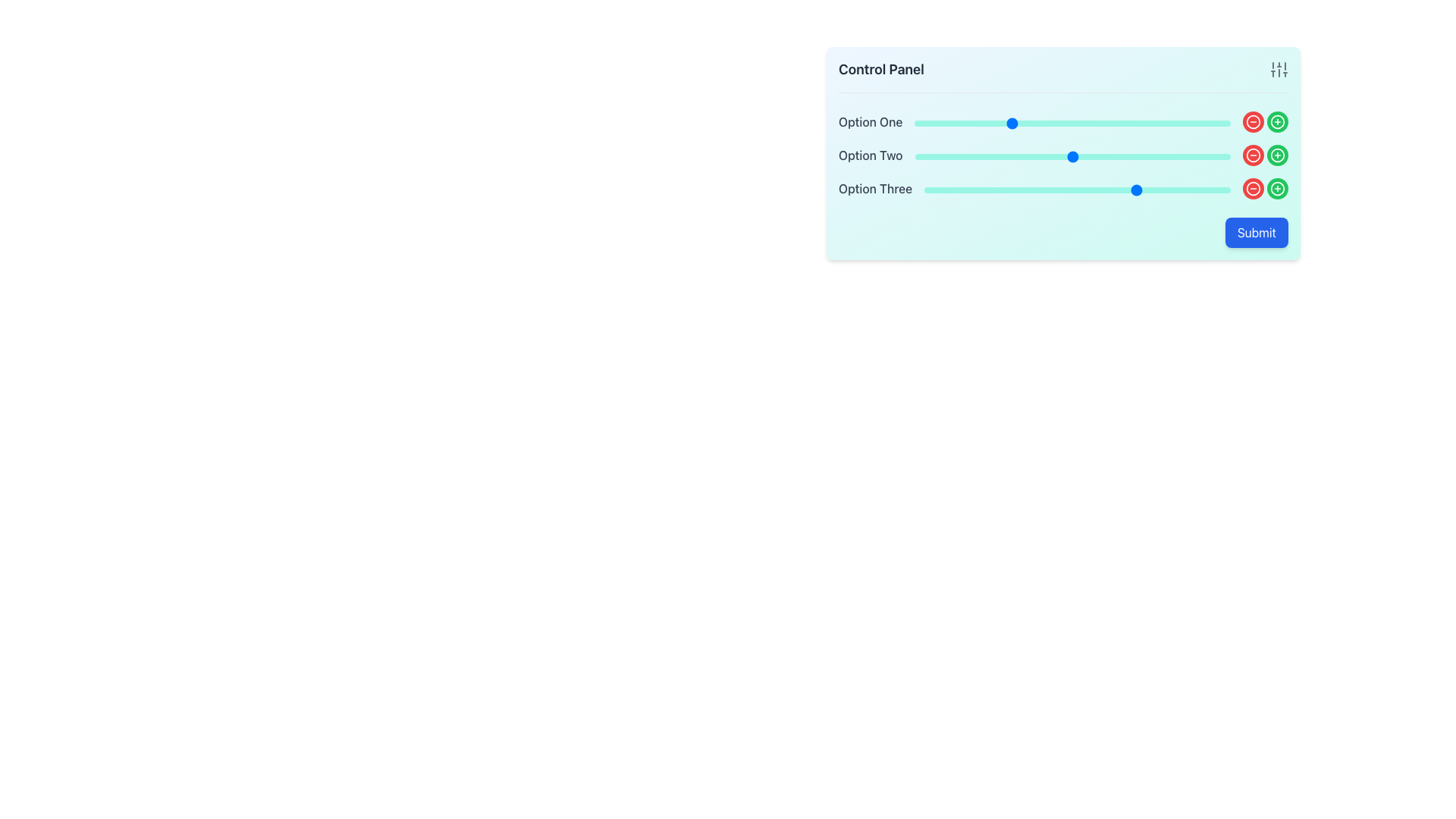  I want to click on the slider value, so click(927, 189).